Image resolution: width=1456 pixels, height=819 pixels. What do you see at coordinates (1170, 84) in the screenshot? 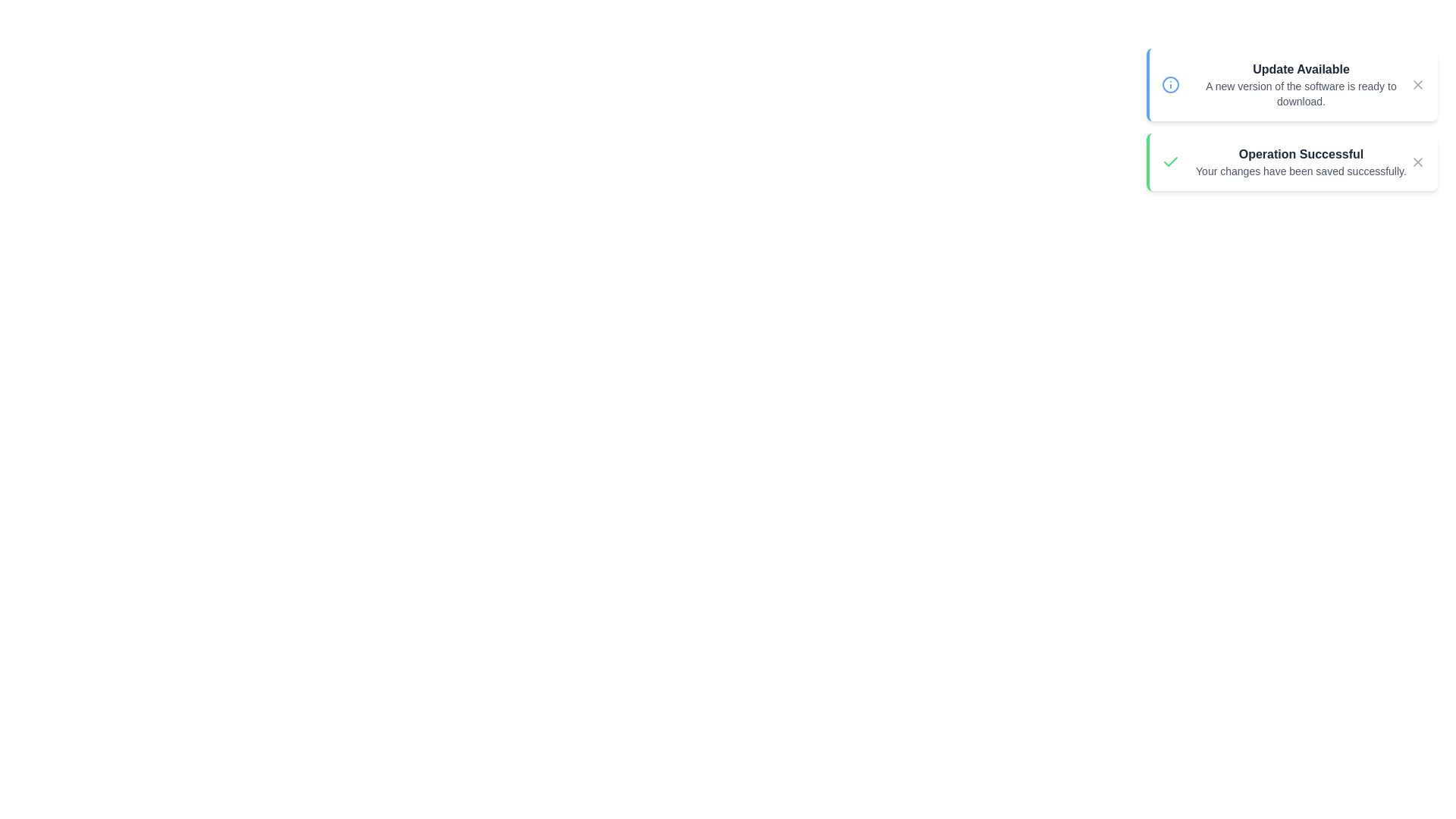
I see `the circular blue icon that serves as a visual indicator for the 'Update Available' notification message, located near the top right of the interface` at bounding box center [1170, 84].